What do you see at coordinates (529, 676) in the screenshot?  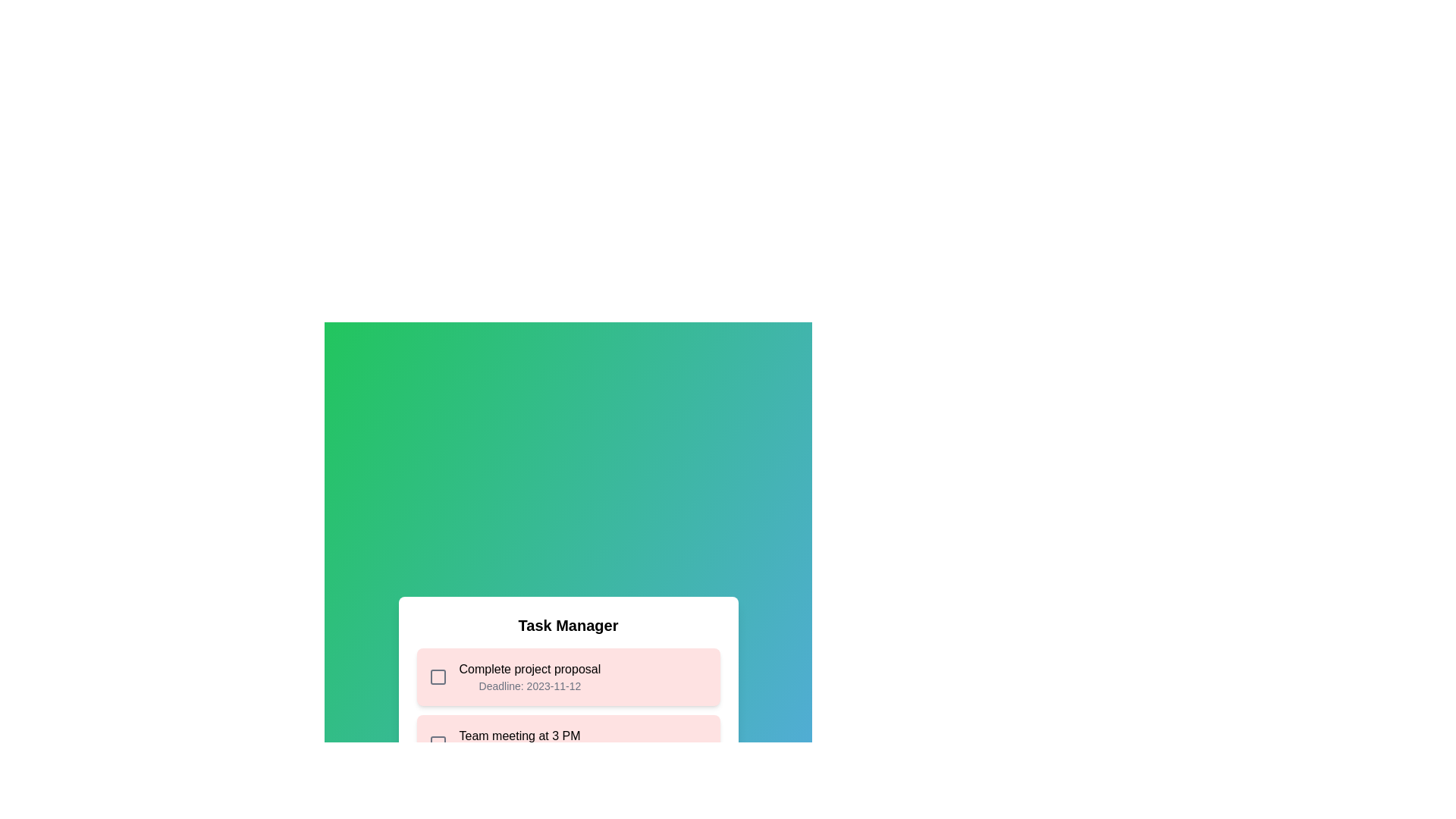 I see `the text block titled 'Complete project proposal' with a subtitle 'Deadline: 2023-11-12' presented within a pink rounded rectangle, located in the 'Task Manager' section` at bounding box center [529, 676].